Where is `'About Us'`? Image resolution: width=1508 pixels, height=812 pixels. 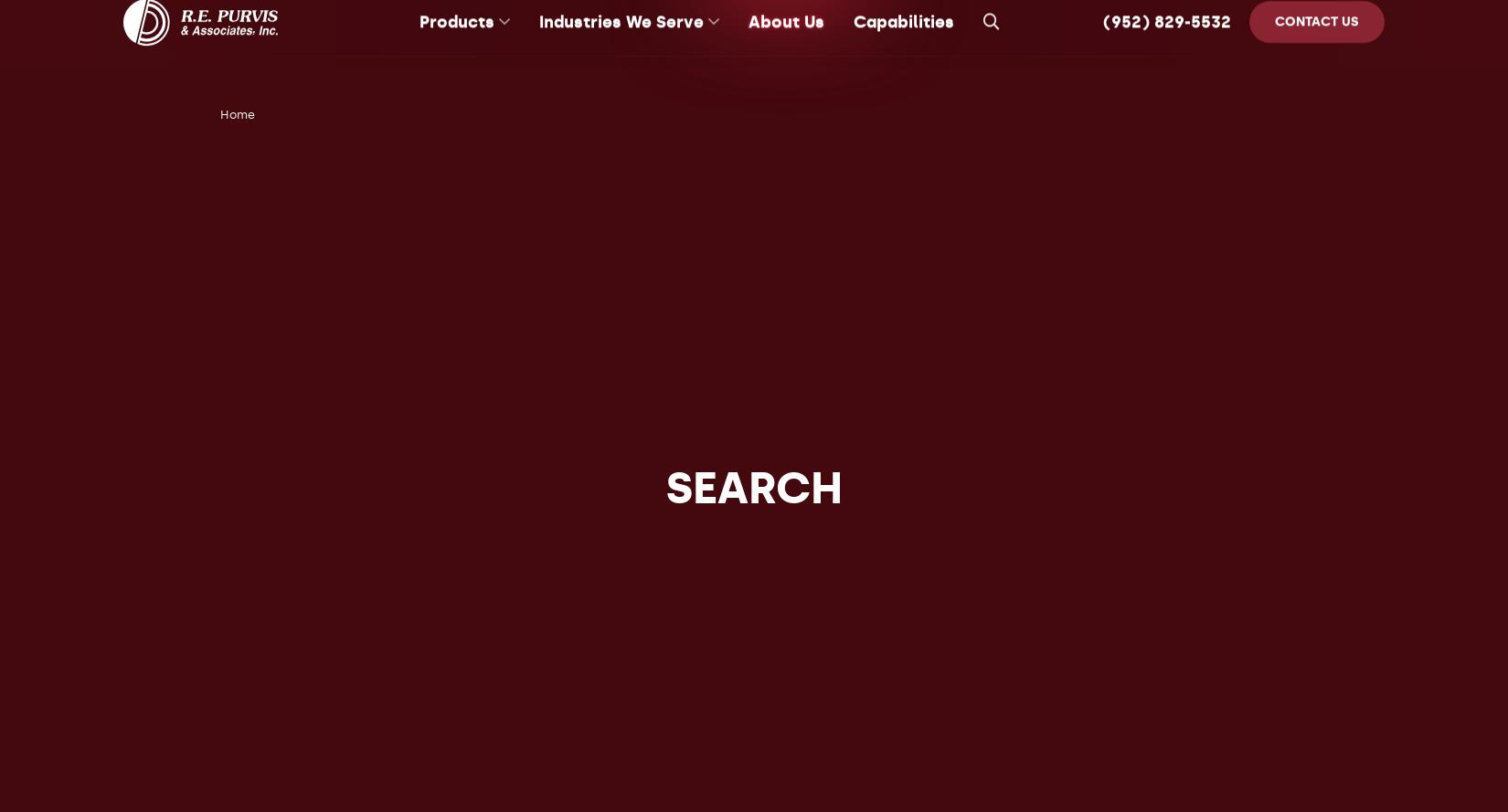
'About Us' is located at coordinates (785, 44).